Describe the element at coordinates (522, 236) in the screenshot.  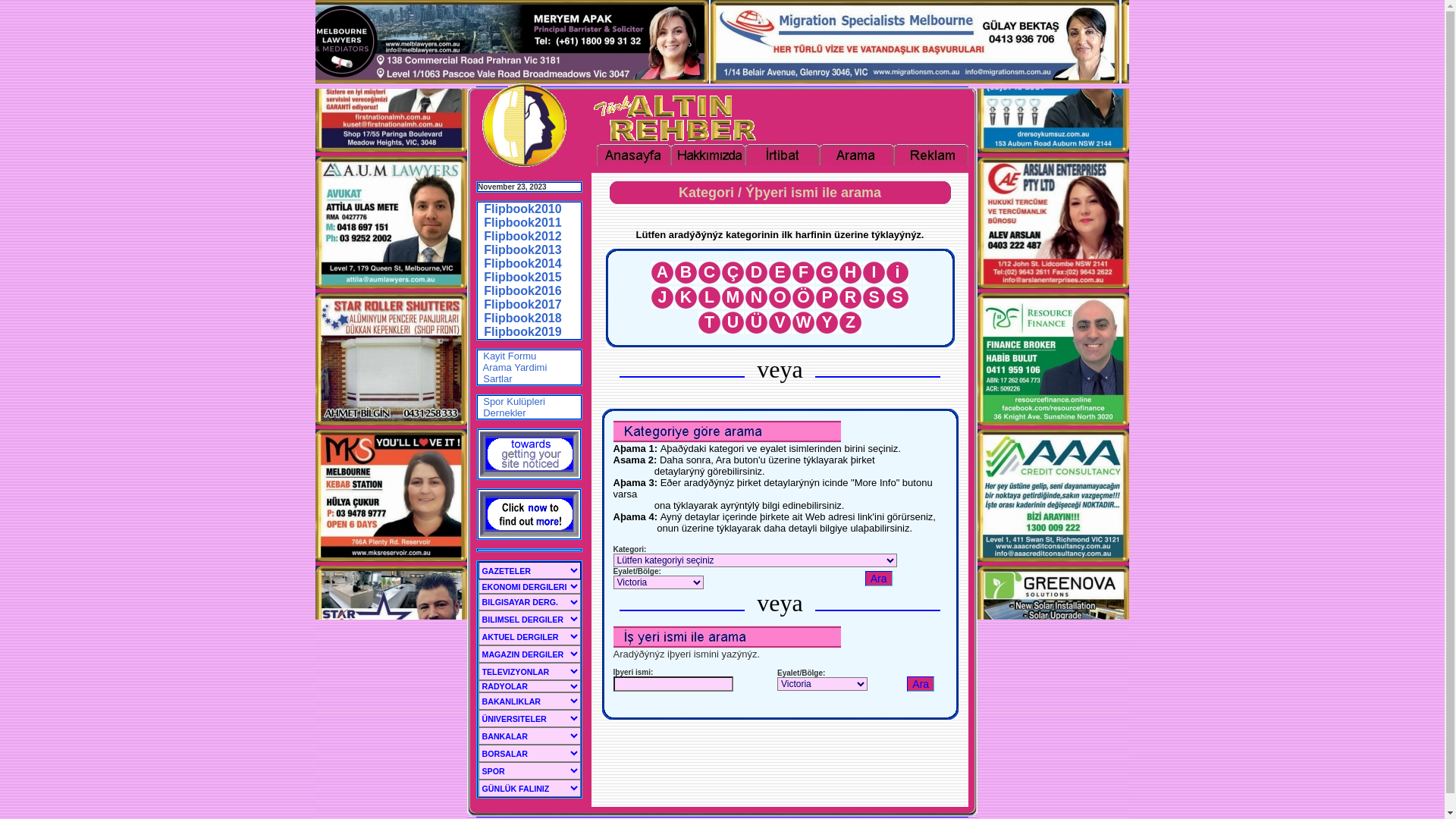
I see `'Flipbook2012'` at that location.